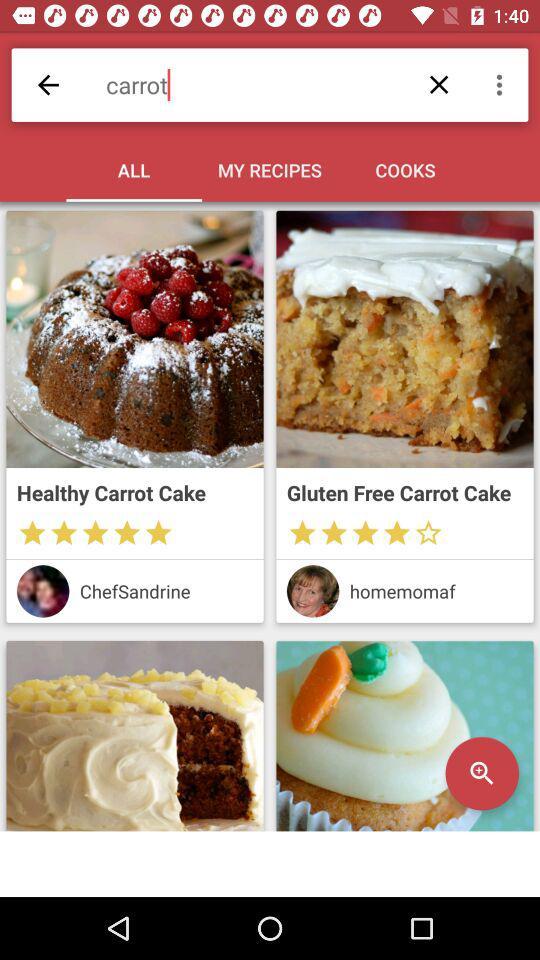 The height and width of the screenshot is (960, 540). What do you see at coordinates (48, 85) in the screenshot?
I see `go back` at bounding box center [48, 85].